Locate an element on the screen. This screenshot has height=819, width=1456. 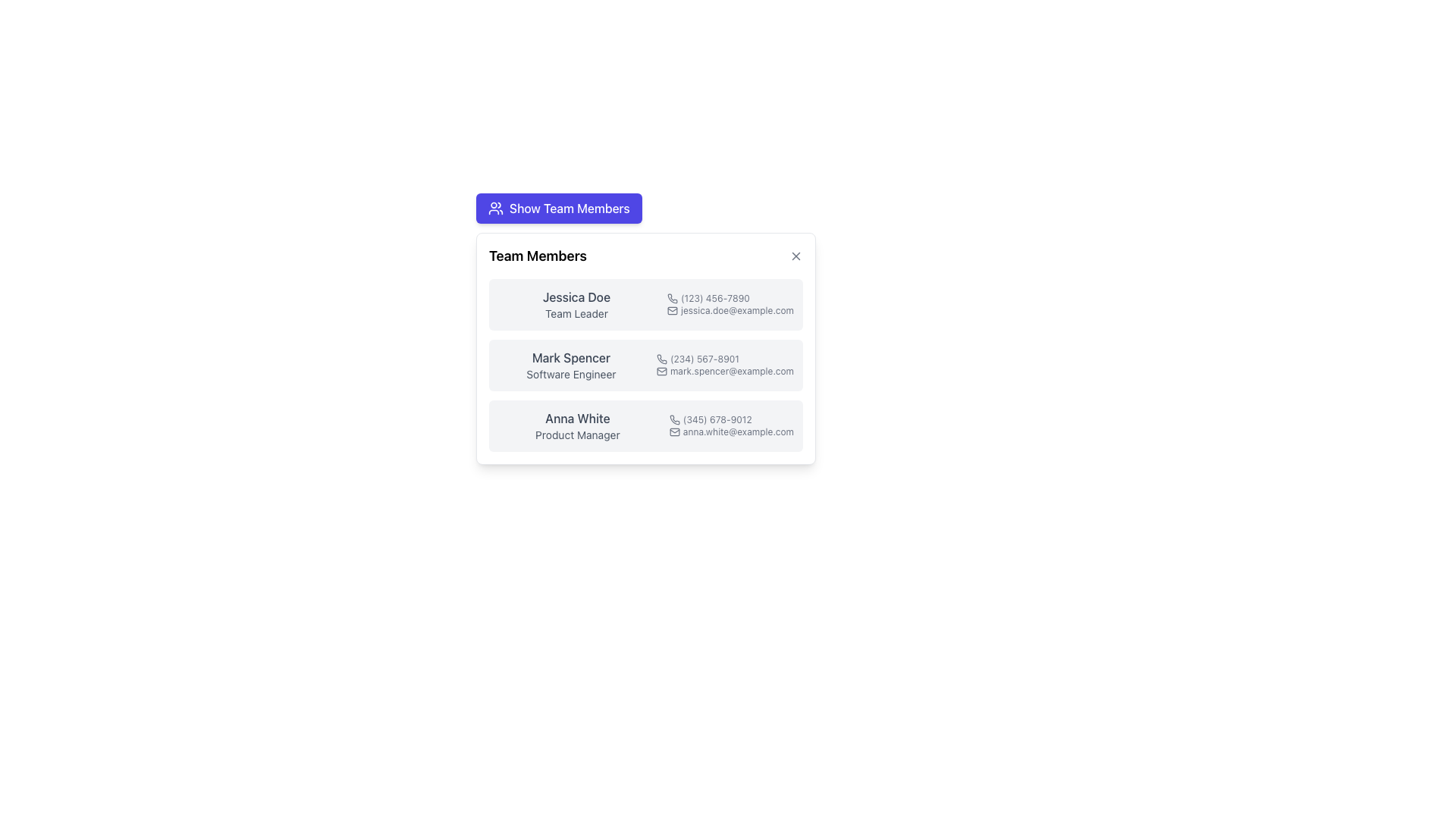
the telephone icon located in the second row of the 'Team Members' modal, which is visually associated with the phone number '(234) 567-8901' is located at coordinates (661, 359).